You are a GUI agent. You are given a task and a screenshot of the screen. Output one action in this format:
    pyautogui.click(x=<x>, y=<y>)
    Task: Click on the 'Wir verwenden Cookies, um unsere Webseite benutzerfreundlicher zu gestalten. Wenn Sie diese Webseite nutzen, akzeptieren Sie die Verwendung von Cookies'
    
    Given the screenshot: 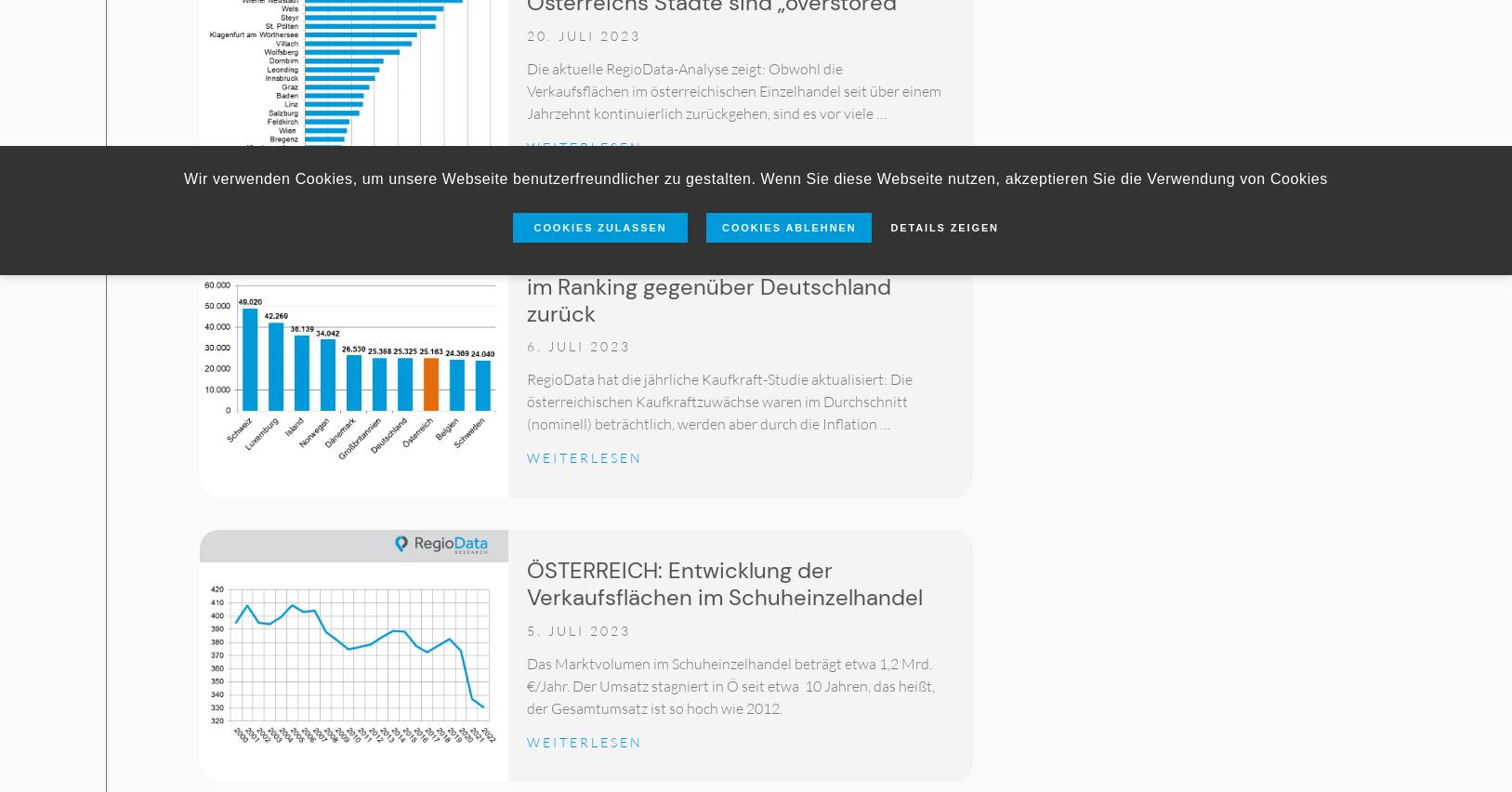 What is the action you would take?
    pyautogui.click(x=755, y=178)
    